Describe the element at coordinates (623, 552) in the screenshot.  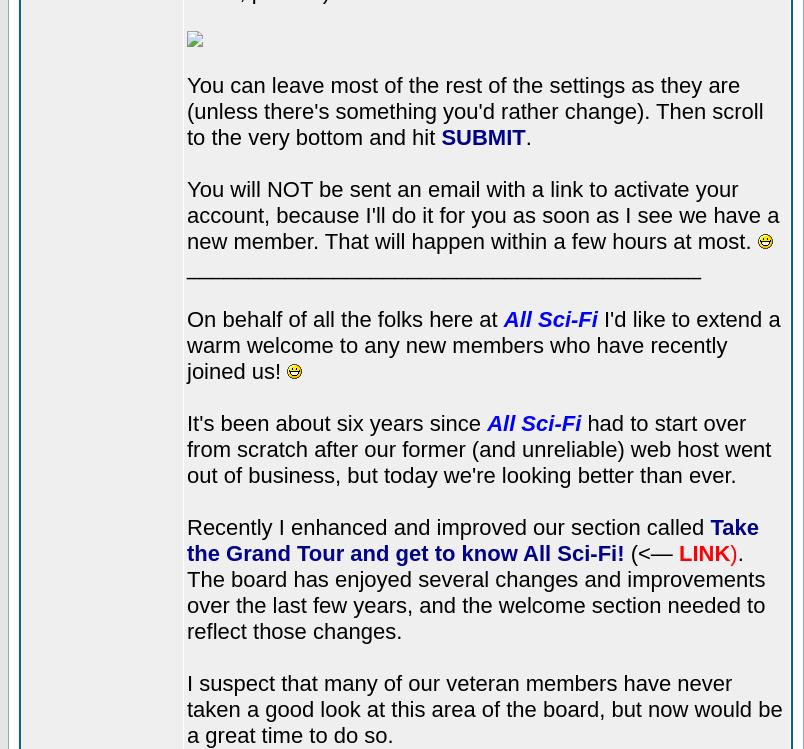
I see `'(<—'` at that location.